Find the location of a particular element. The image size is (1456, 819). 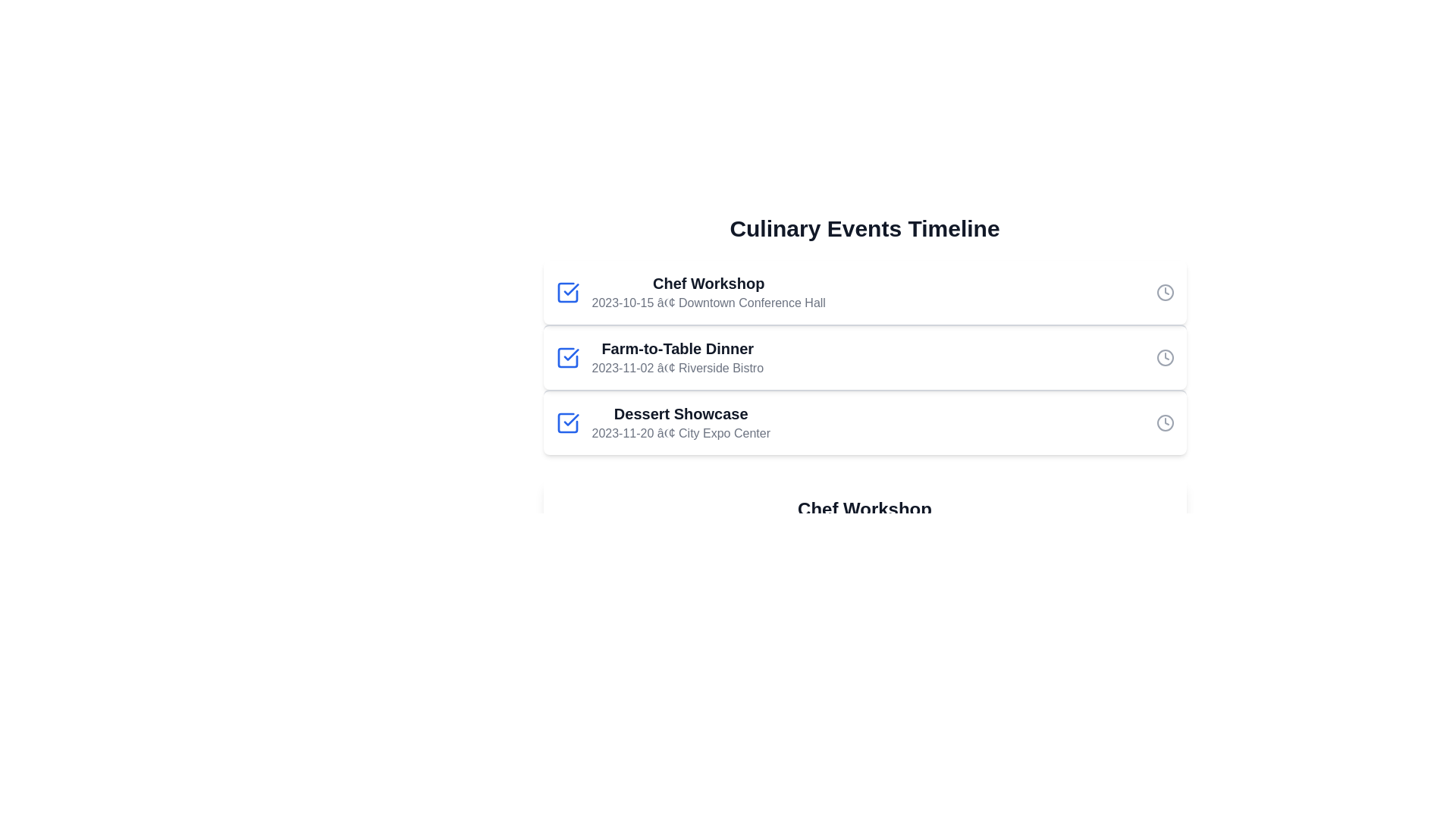

the outermost circular component of the clock icon, which is to the right of the 'Farm-to-Table Dinner' text in the second list item of the timeline interface is located at coordinates (1164, 357).